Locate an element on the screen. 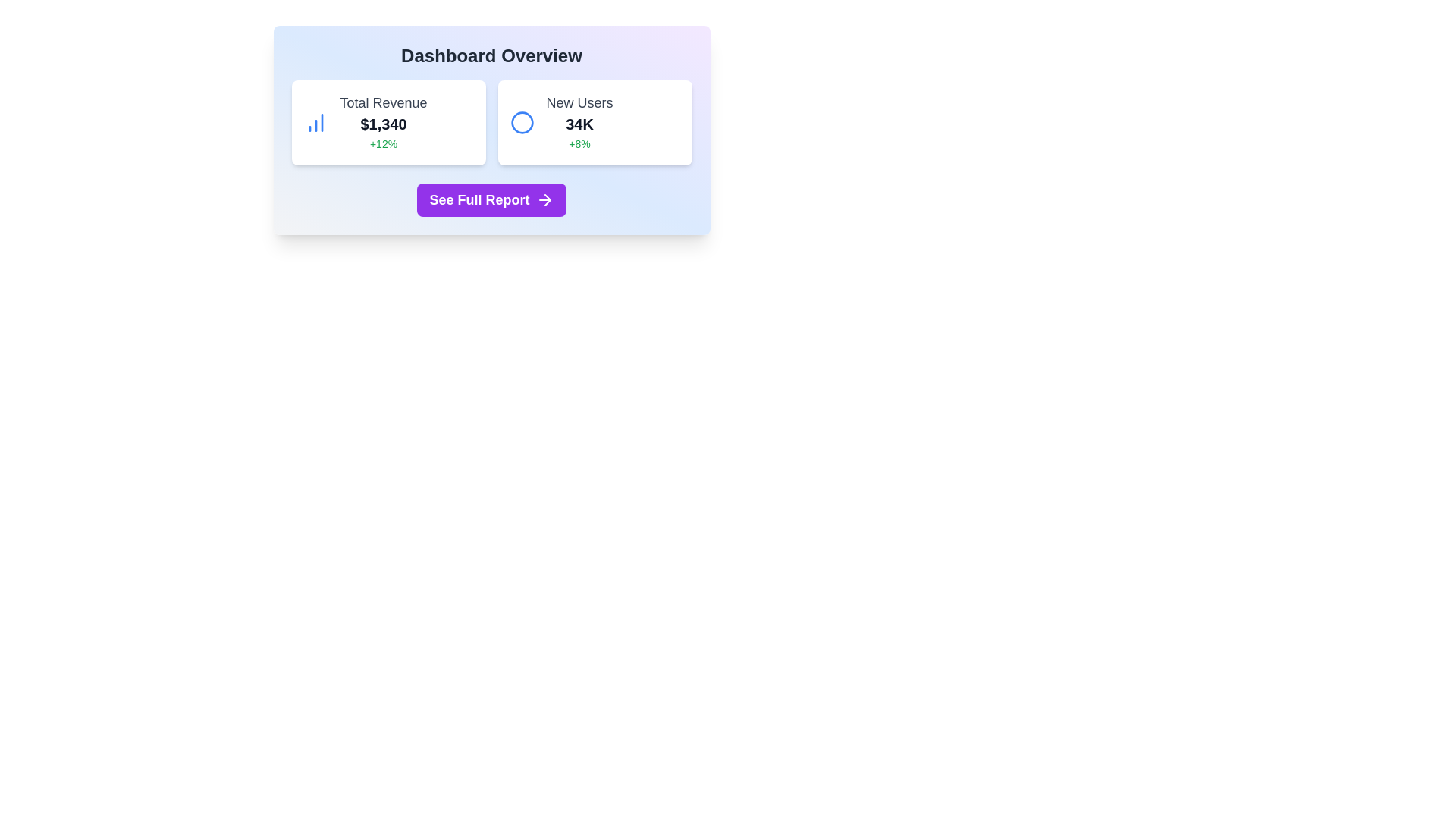 Image resolution: width=1456 pixels, height=819 pixels. the static text label 'New Users' located in the upper section of the dashboard card on the right-hand side, which indicates the metric being displayed is located at coordinates (579, 102).